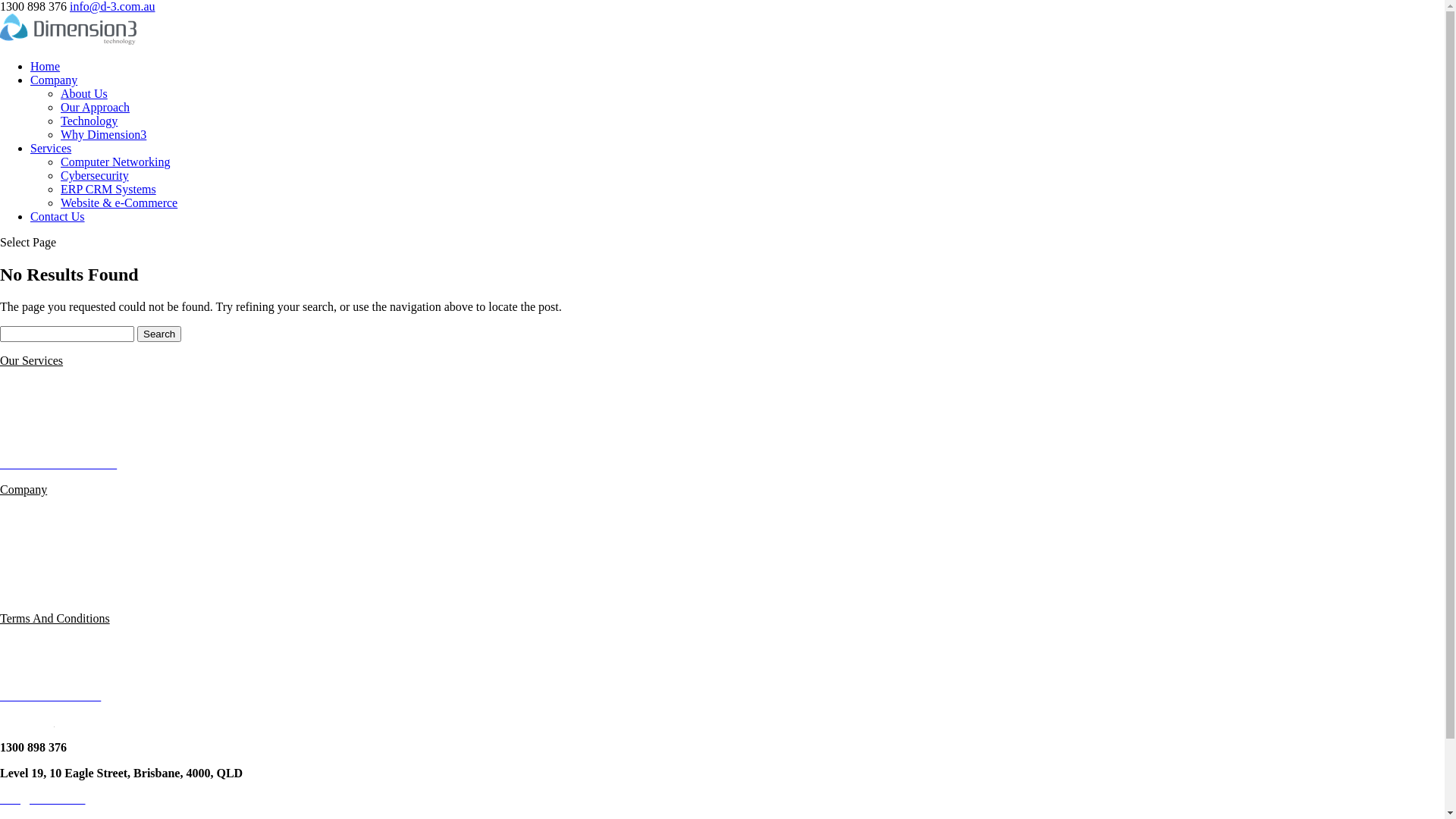 This screenshot has width=1456, height=819. What do you see at coordinates (94, 106) in the screenshot?
I see `'Our Approach'` at bounding box center [94, 106].